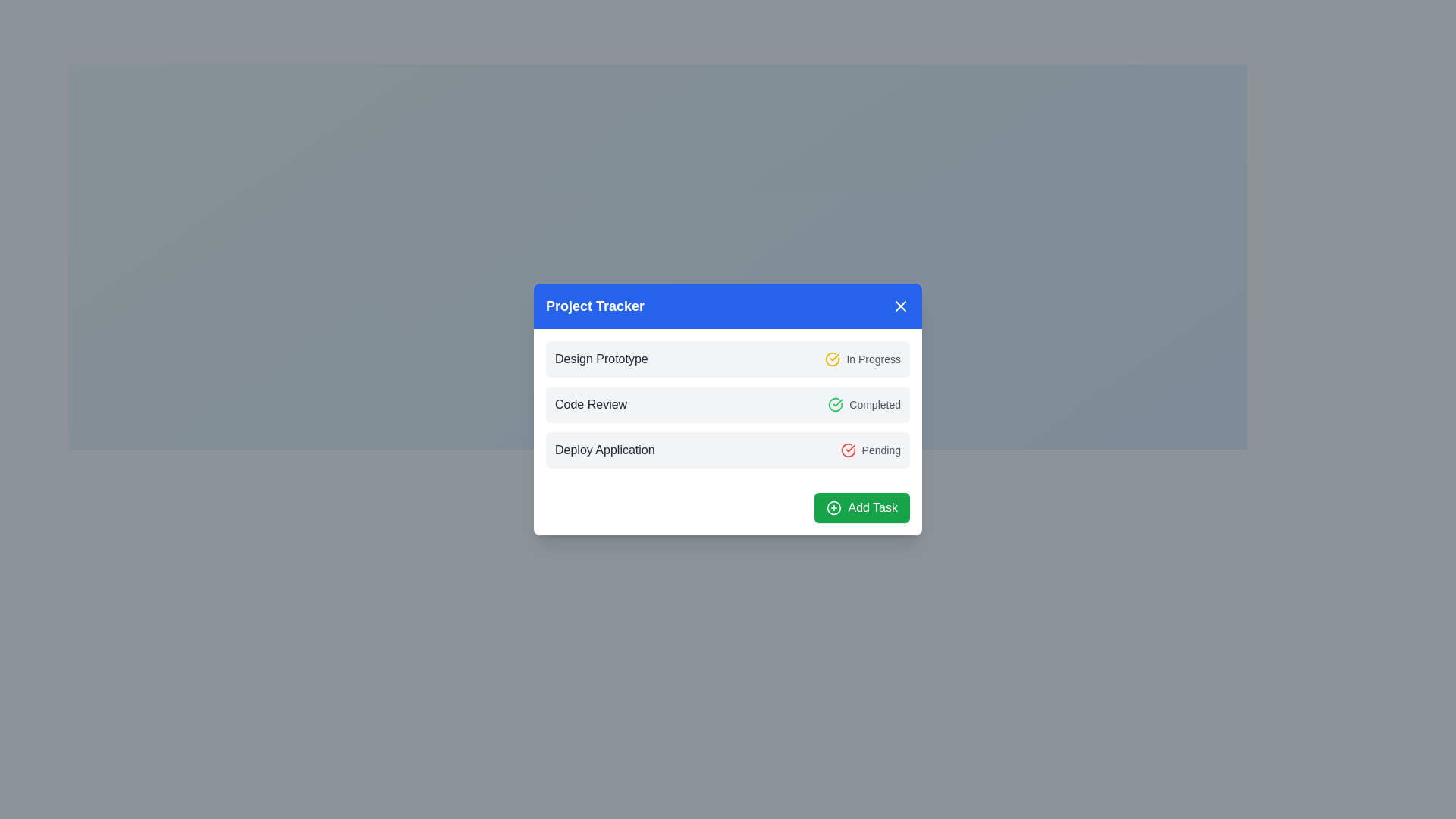 The image size is (1456, 819). Describe the element at coordinates (875, 403) in the screenshot. I see `the Text label indicating the completion status of the associated task or item, which is located to the right of a circular green icon with a checkmark in the 'Code Review' task list` at that location.